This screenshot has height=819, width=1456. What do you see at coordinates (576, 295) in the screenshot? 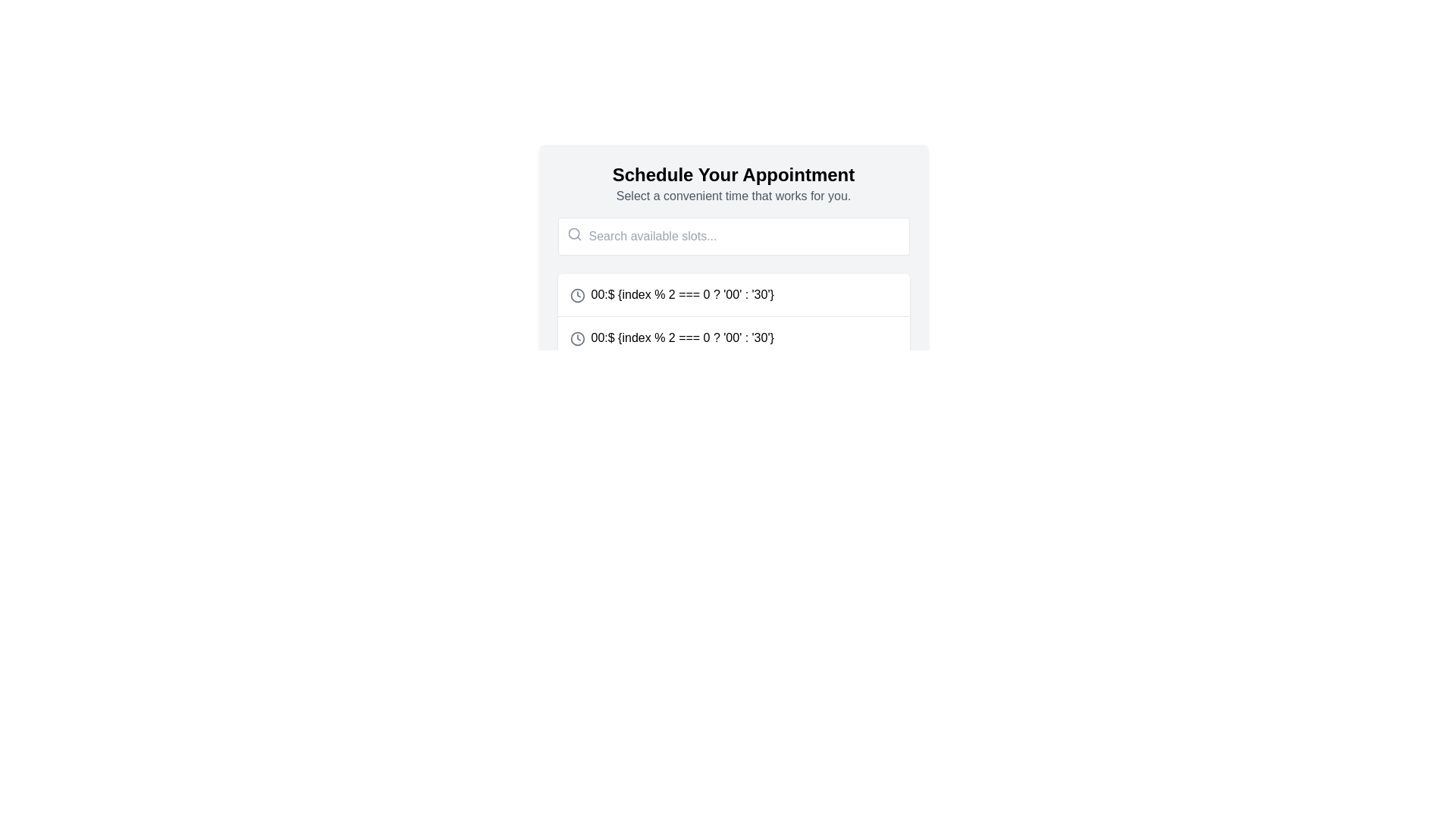
I see `the clock icon, which is a minimalistic gray circular design located in the first item of a vertical list, aligned to the left of the text` at bounding box center [576, 295].